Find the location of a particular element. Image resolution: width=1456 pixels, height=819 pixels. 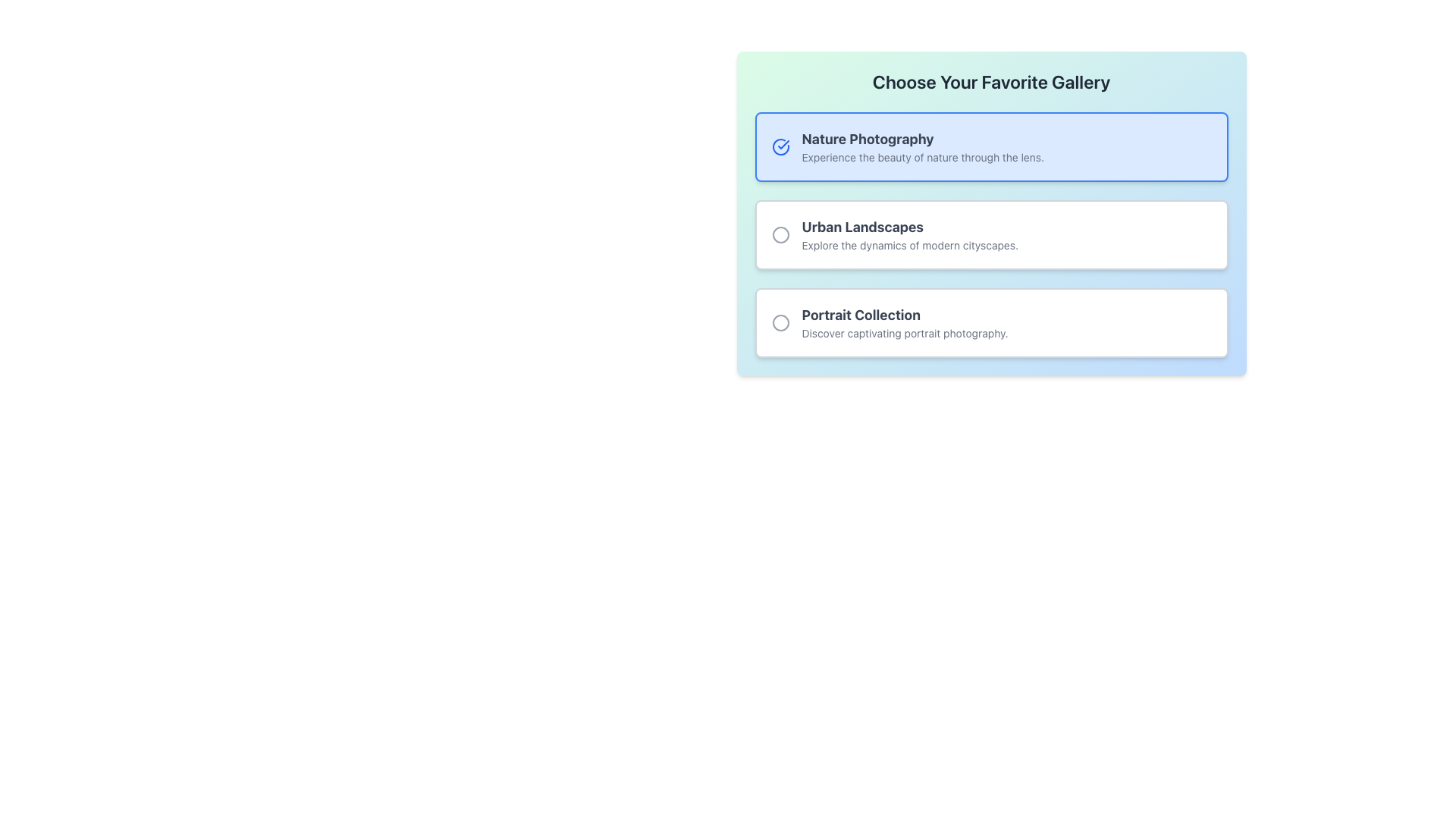

the 'Urban Landscapes' gallery selection button, which is located below the 'Nature Photography' block and above the 'Portrait Collection' block is located at coordinates (991, 213).